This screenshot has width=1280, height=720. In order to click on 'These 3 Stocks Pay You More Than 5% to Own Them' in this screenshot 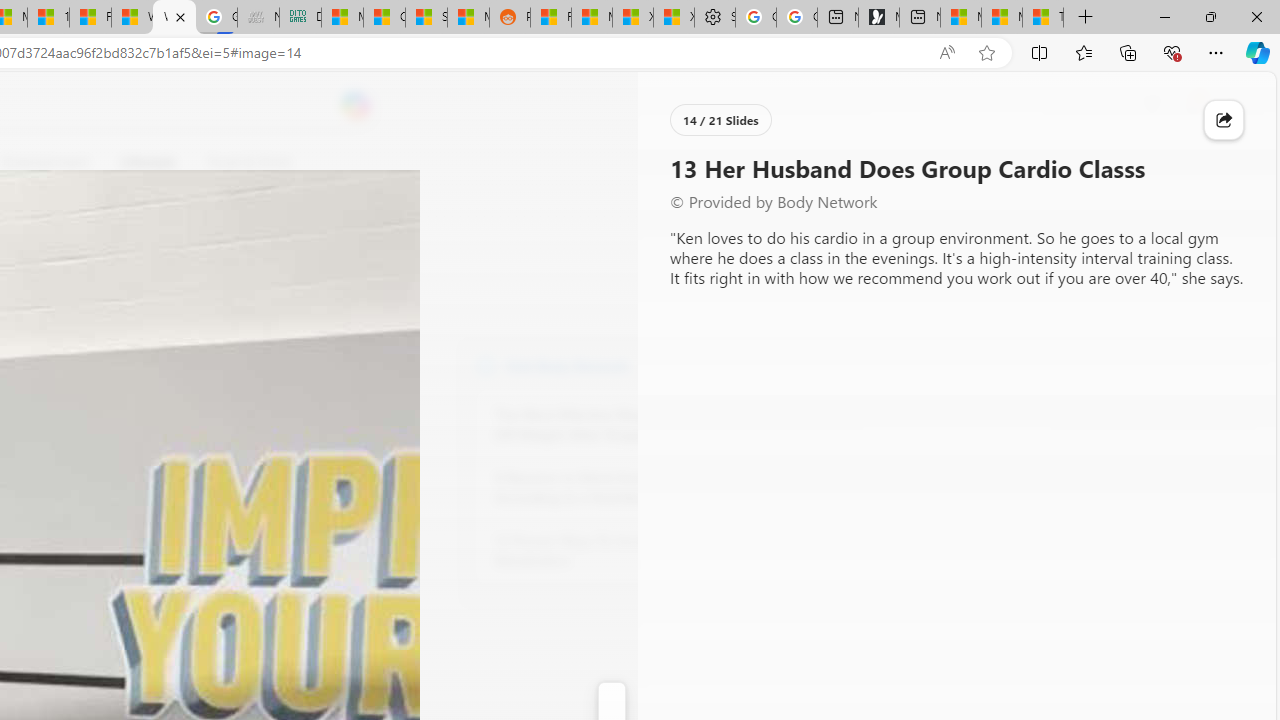, I will do `click(1042, 17)`.